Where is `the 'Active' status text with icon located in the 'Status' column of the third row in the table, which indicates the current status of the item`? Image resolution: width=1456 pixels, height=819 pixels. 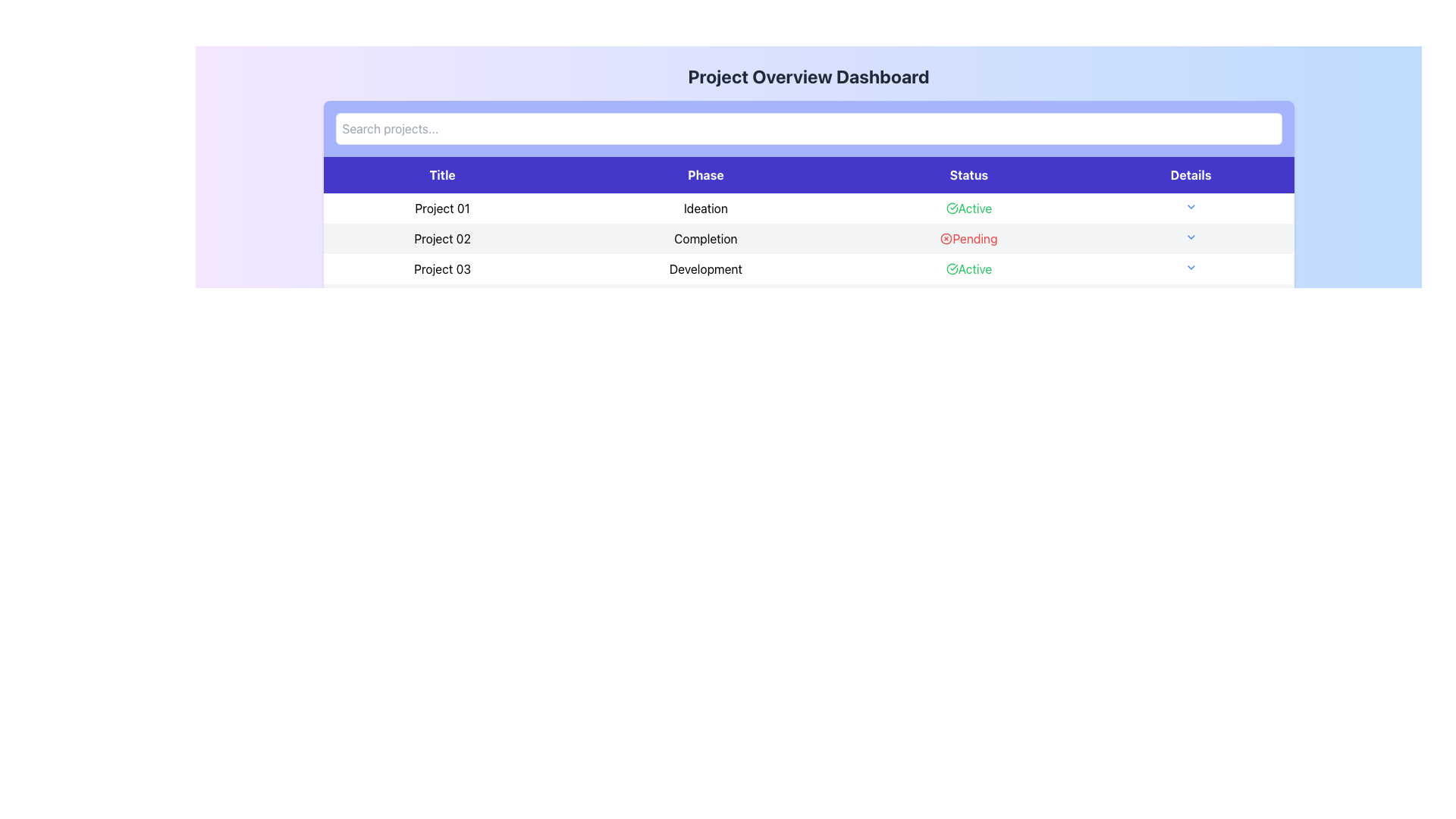 the 'Active' status text with icon located in the 'Status' column of the third row in the table, which indicates the current status of the item is located at coordinates (968, 268).